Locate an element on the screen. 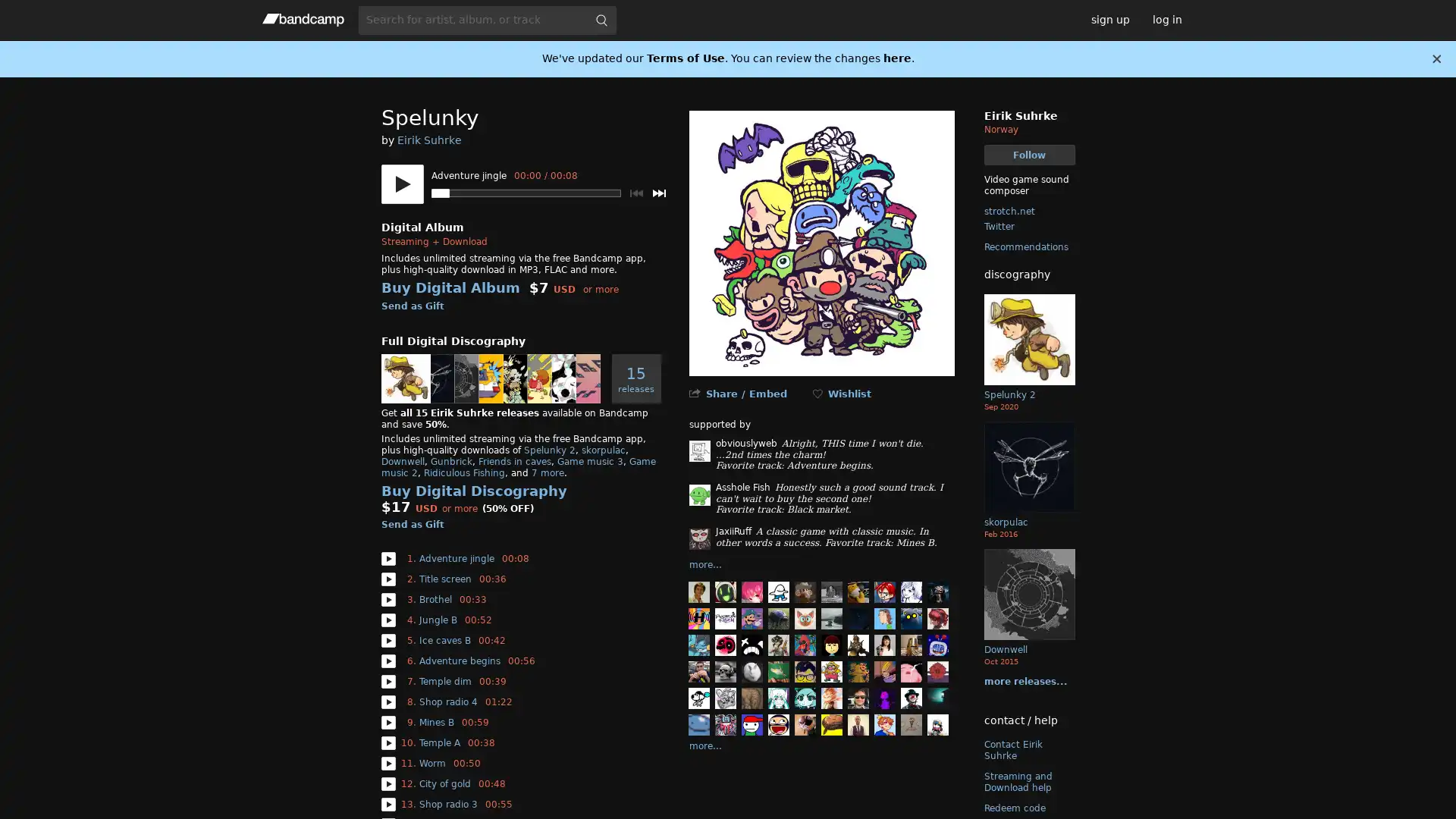 The image size is (1456, 819). submit for full search page is located at coordinates (600, 20).